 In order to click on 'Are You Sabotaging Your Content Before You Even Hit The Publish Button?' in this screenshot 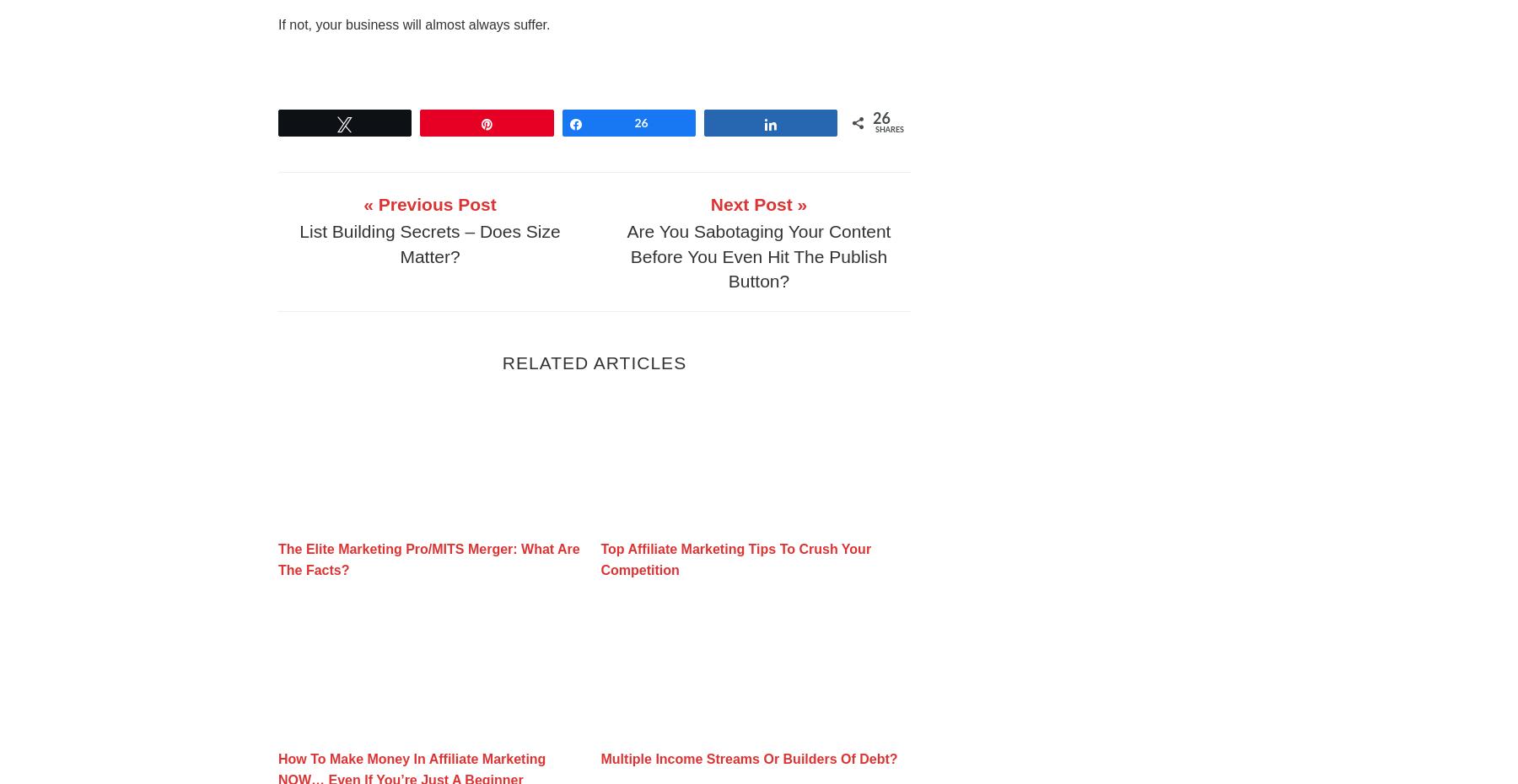, I will do `click(758, 256)`.